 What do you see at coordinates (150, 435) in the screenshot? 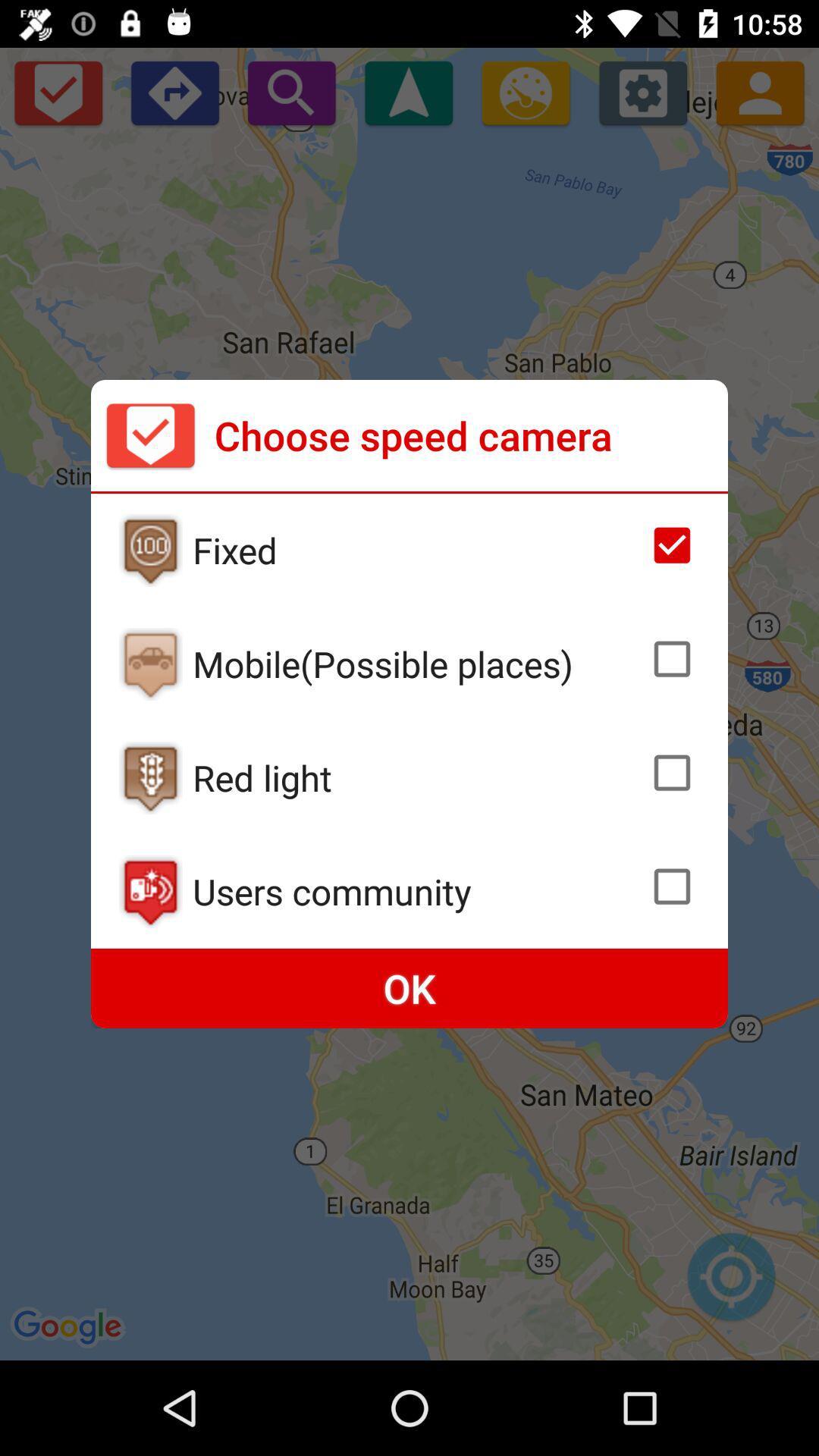
I see `icon at the top left corner` at bounding box center [150, 435].